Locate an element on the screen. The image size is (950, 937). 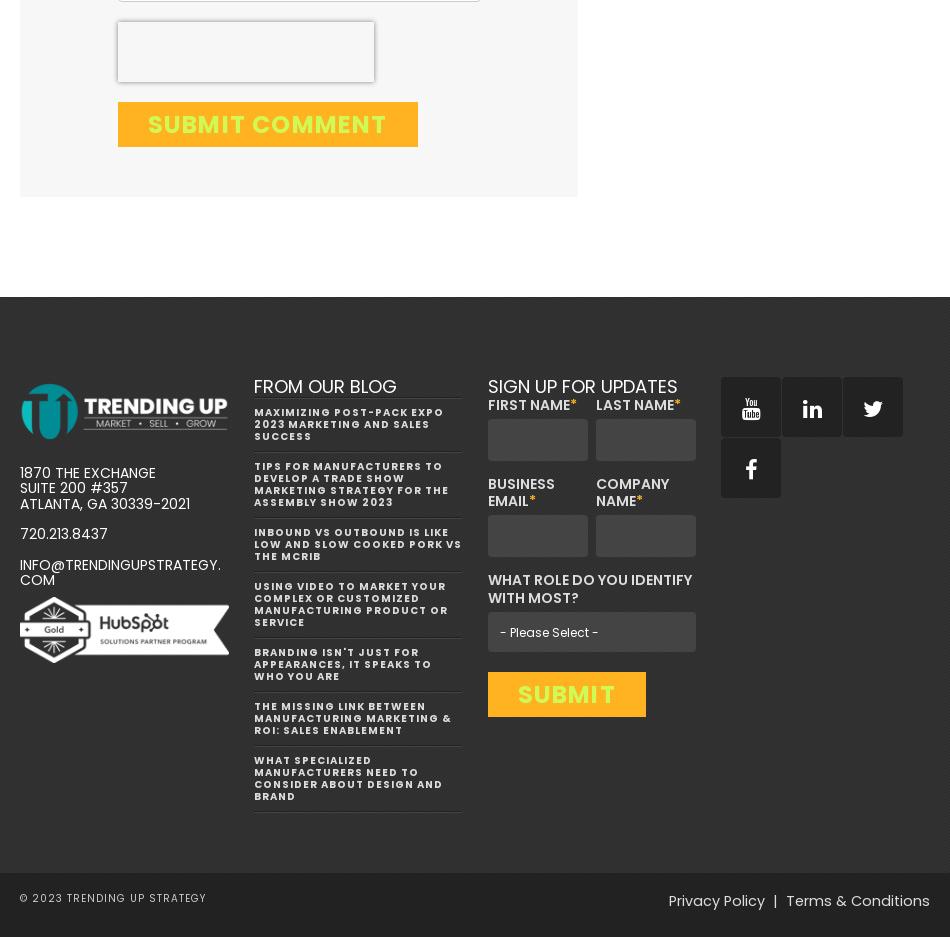
'1870 The Exchange' is located at coordinates (87, 472).